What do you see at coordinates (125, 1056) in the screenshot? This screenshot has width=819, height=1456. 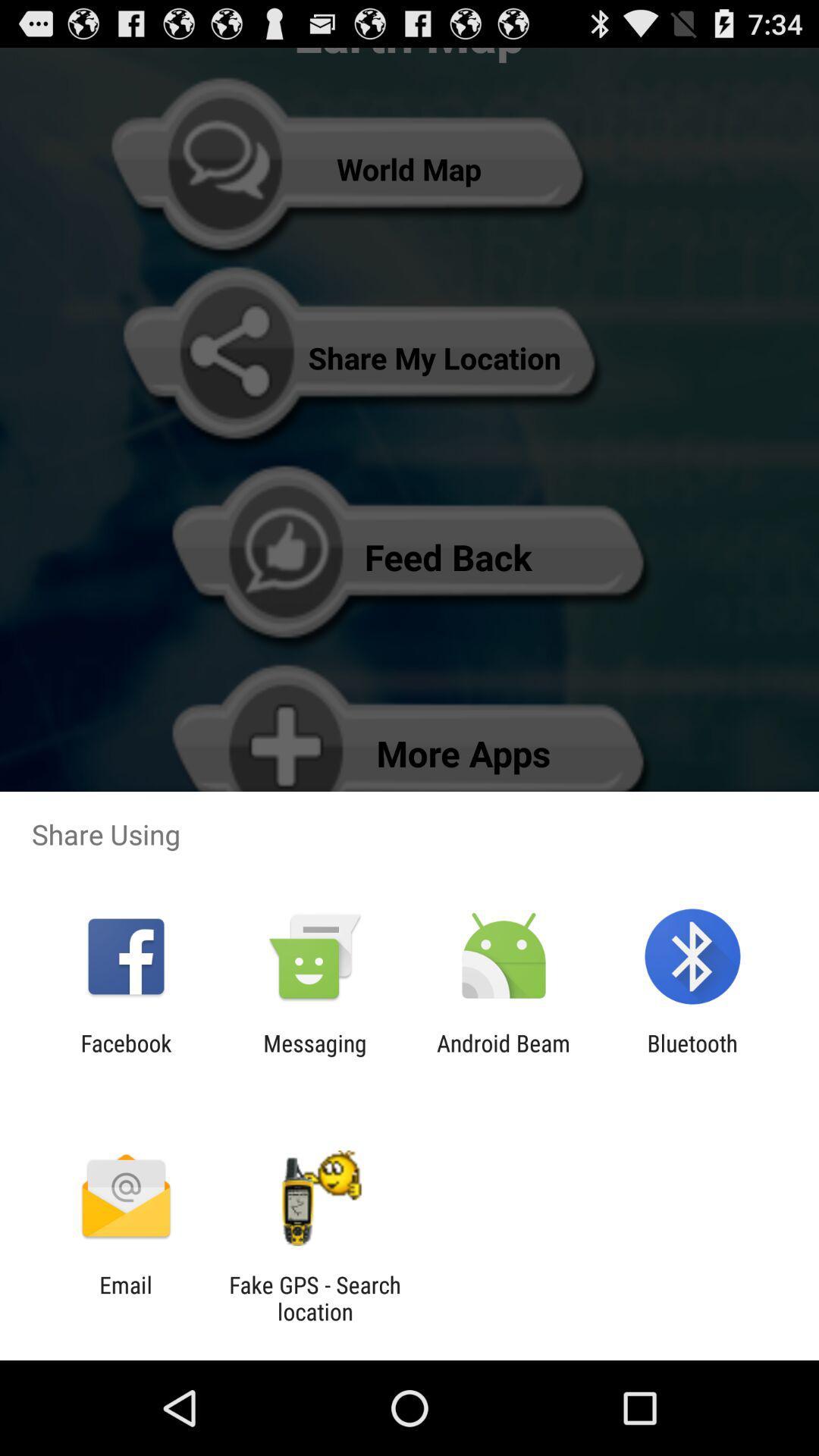 I see `item to the left of the messaging` at bounding box center [125, 1056].